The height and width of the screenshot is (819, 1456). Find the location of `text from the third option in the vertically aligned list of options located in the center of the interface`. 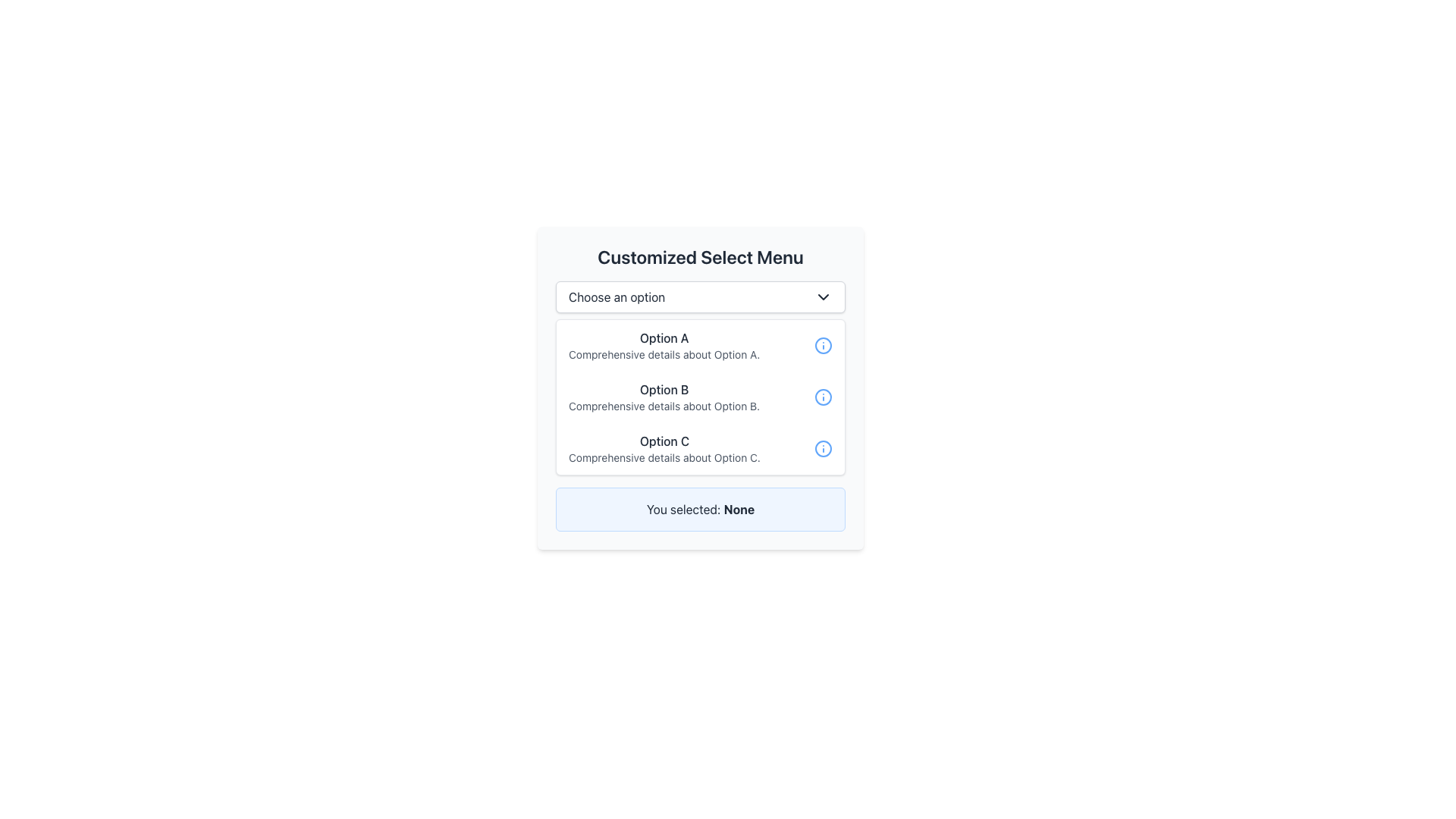

text from the third option in the vertically aligned list of options located in the center of the interface is located at coordinates (664, 447).